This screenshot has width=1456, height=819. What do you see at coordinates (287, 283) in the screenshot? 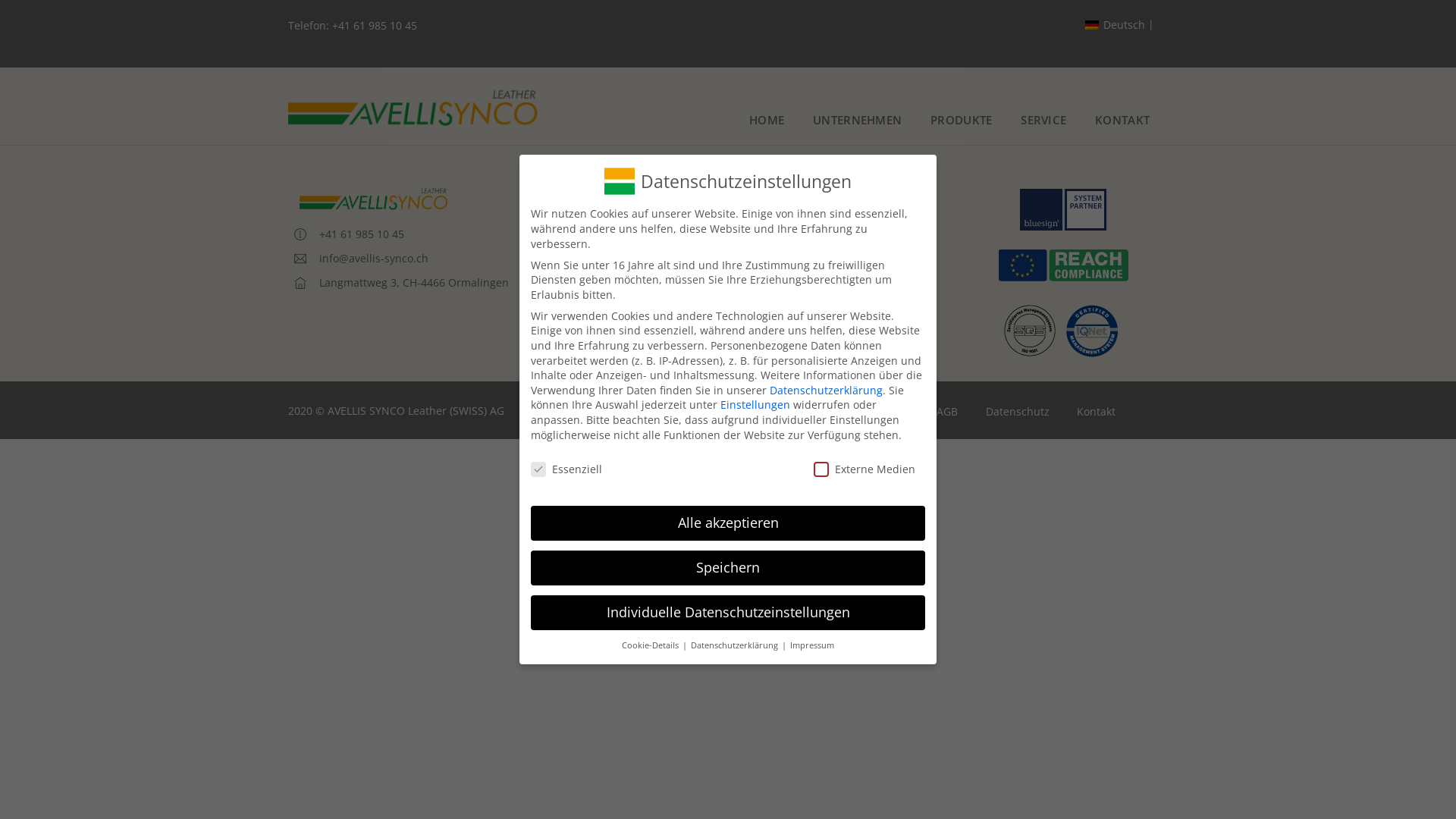
I see `'Langmattweg 3, CH-4466 Ormalingen'` at bounding box center [287, 283].